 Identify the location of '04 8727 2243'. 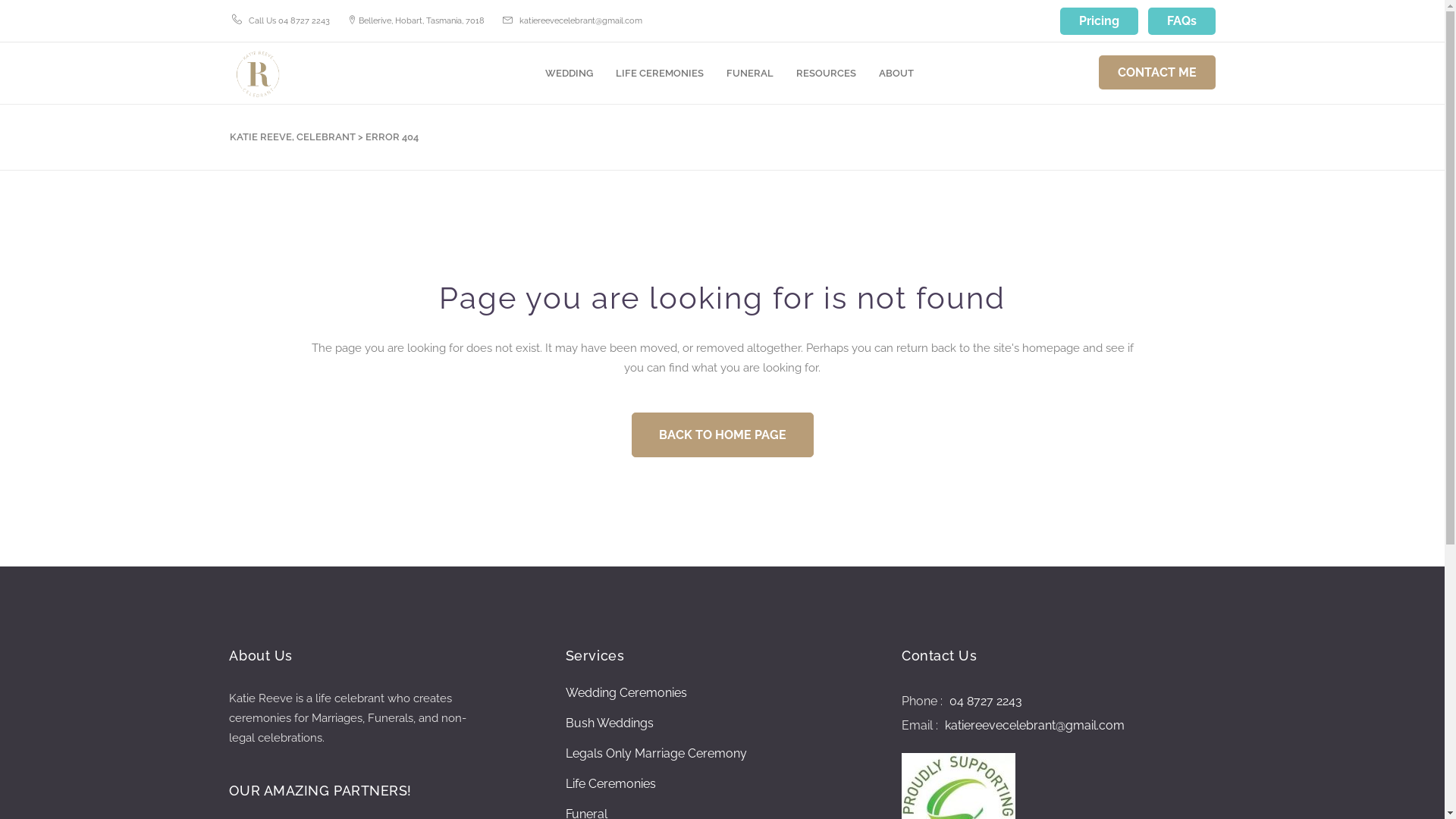
(984, 701).